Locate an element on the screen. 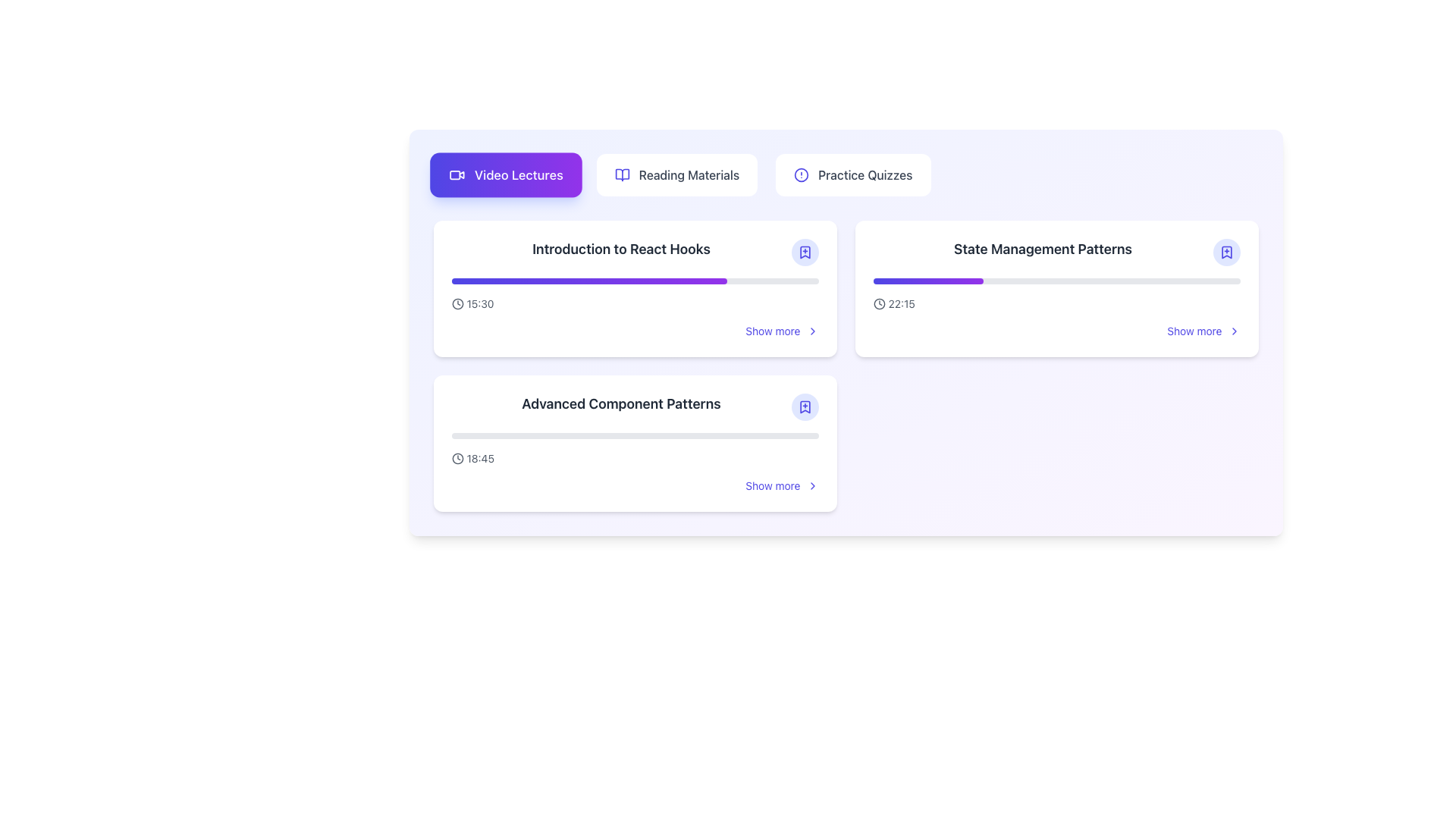 This screenshot has width=1456, height=819. the Vector Graphics Circle that serves as the clock face for the clock icon, located at the center of the clock icon in the lower left corner of the 'Advanced Component Patterns' card on the interface is located at coordinates (457, 458).